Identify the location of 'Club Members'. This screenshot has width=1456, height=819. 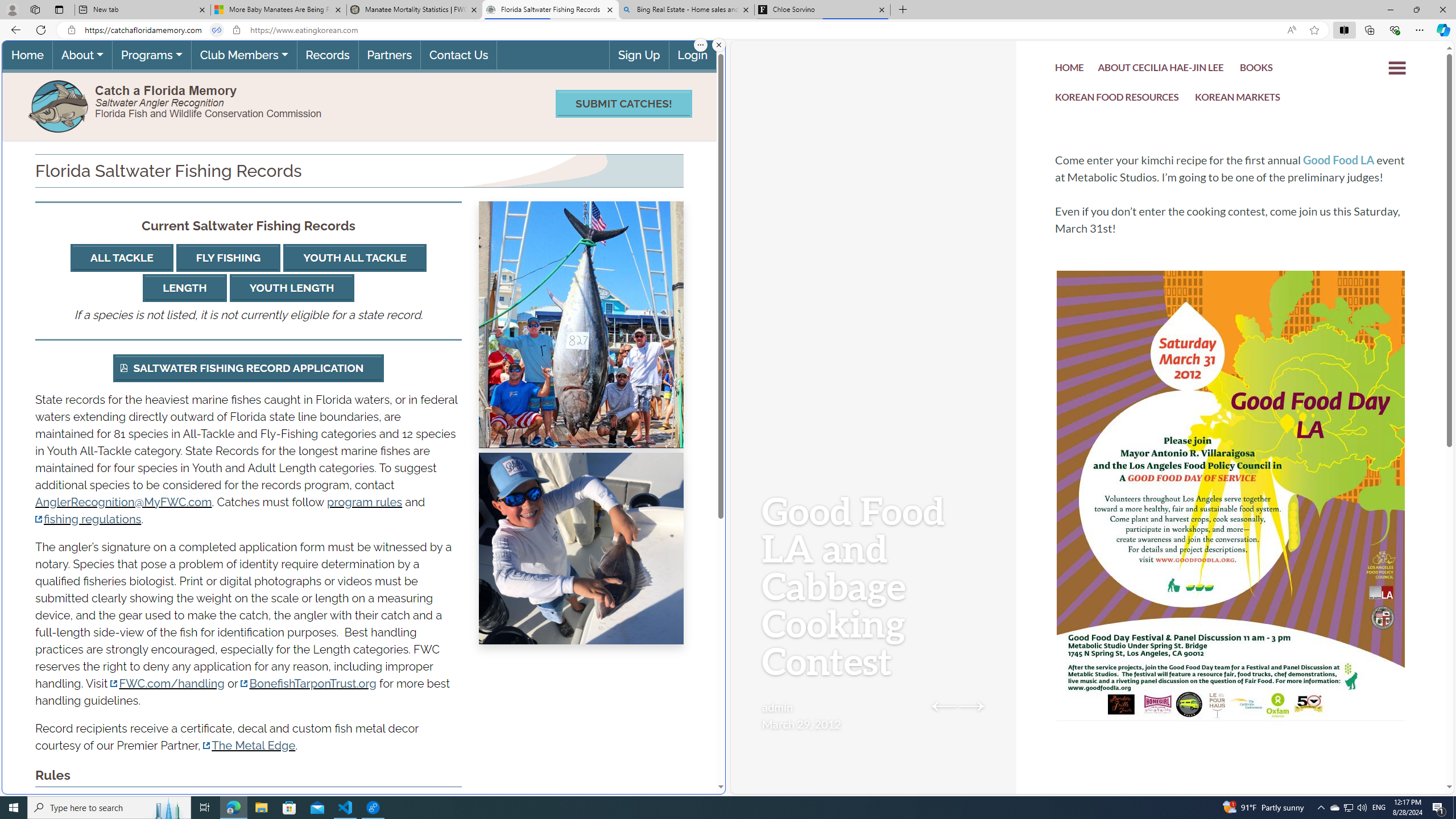
(243, 55).